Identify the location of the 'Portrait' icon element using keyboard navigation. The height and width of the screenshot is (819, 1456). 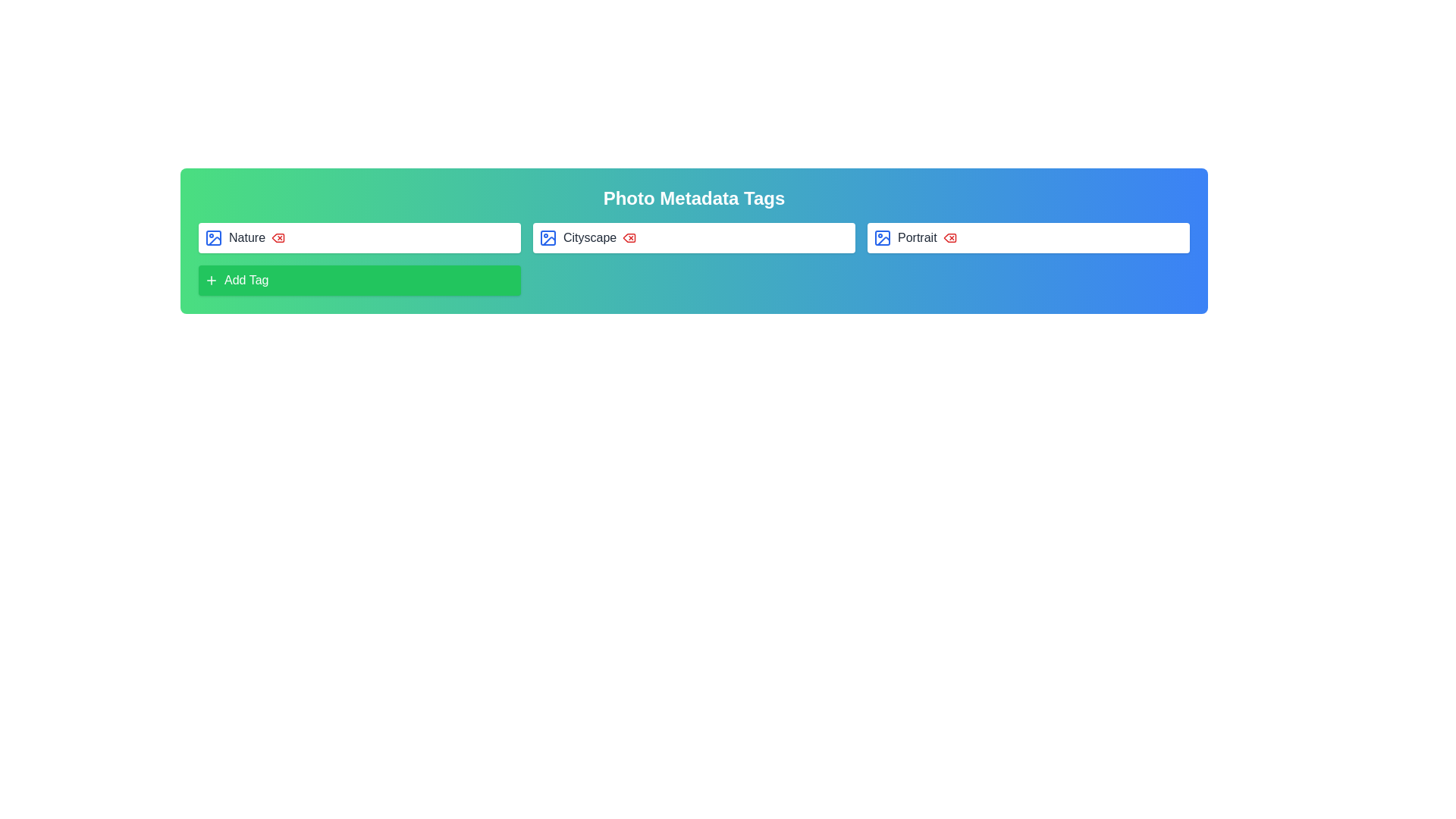
(882, 237).